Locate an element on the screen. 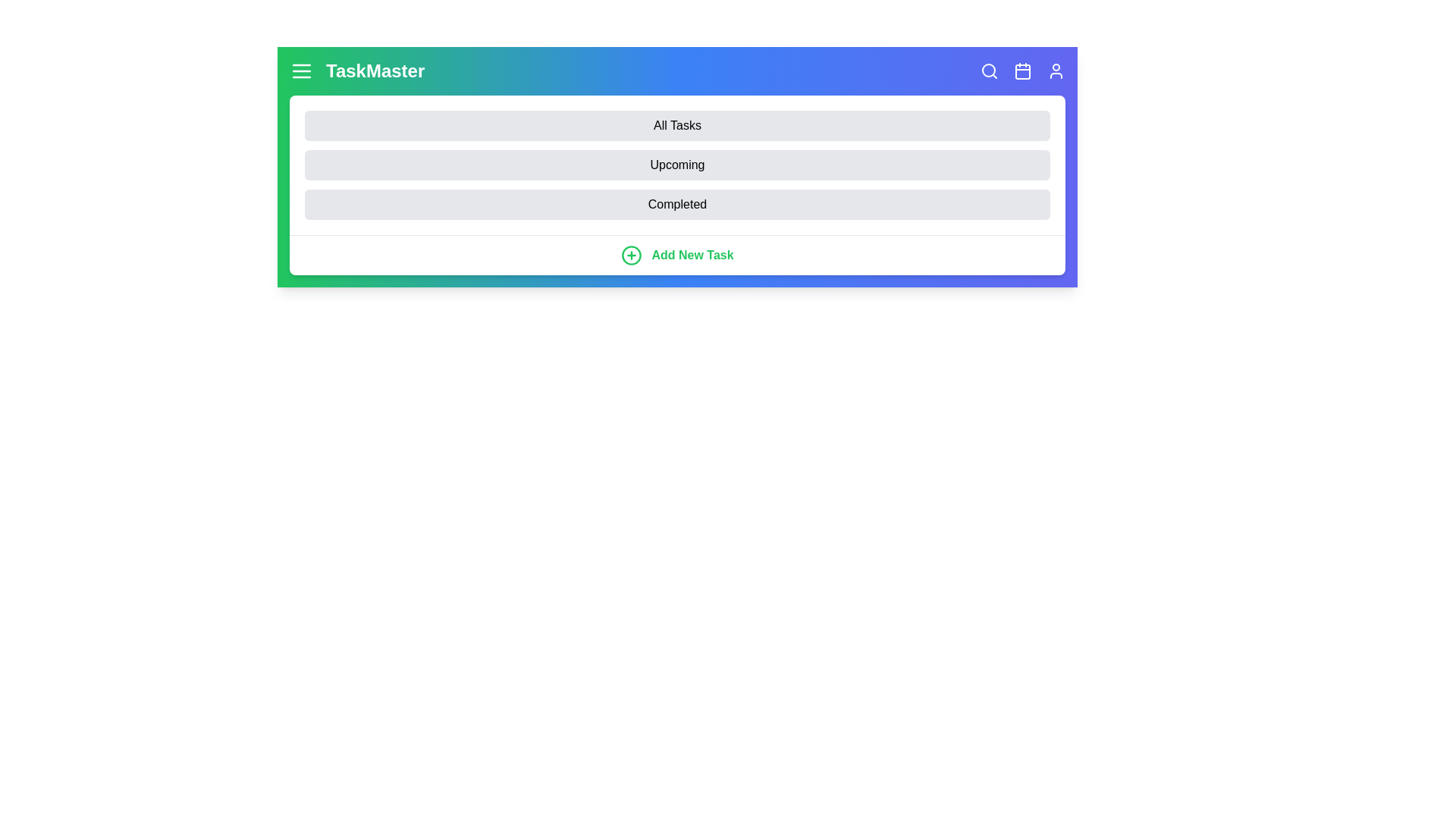  the search icon to access the search functionality is located at coordinates (990, 71).